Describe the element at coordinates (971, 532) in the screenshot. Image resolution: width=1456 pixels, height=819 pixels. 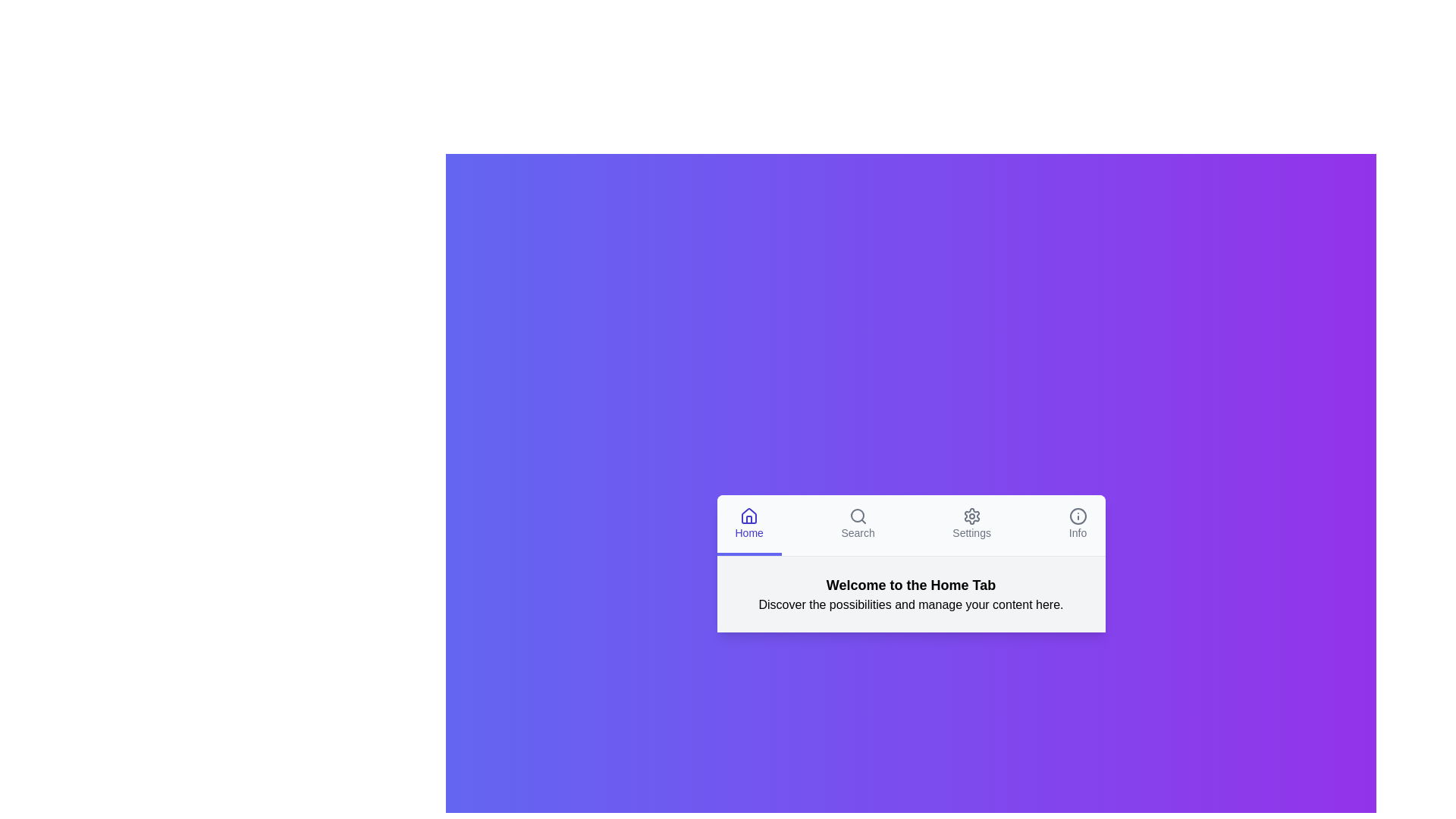
I see `the 'Settings' text label located in the bottom navigation bar, which is directly beneath the cogwheel icon` at that location.